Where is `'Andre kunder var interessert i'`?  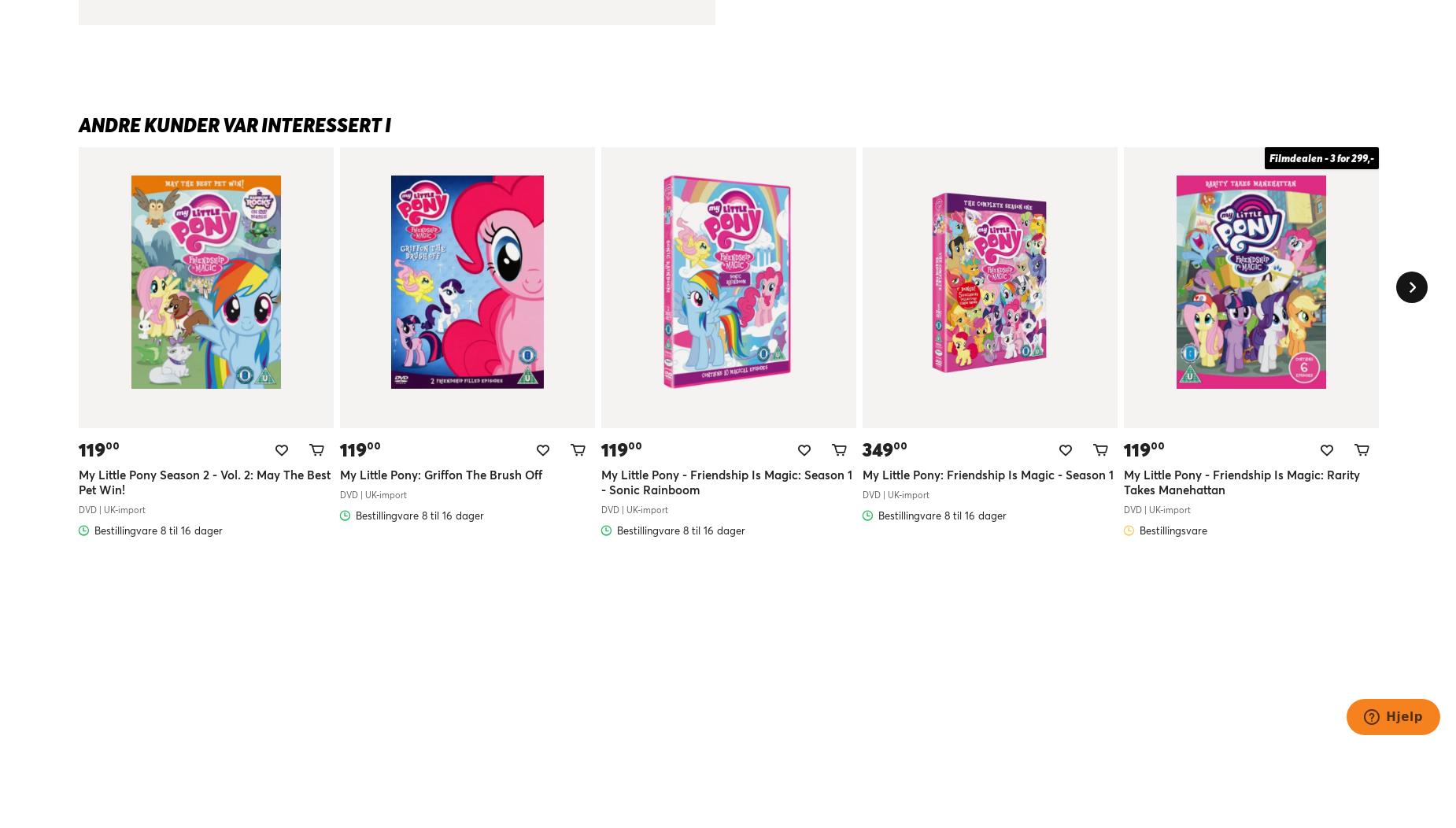
'Andre kunder var interessert i' is located at coordinates (234, 124).